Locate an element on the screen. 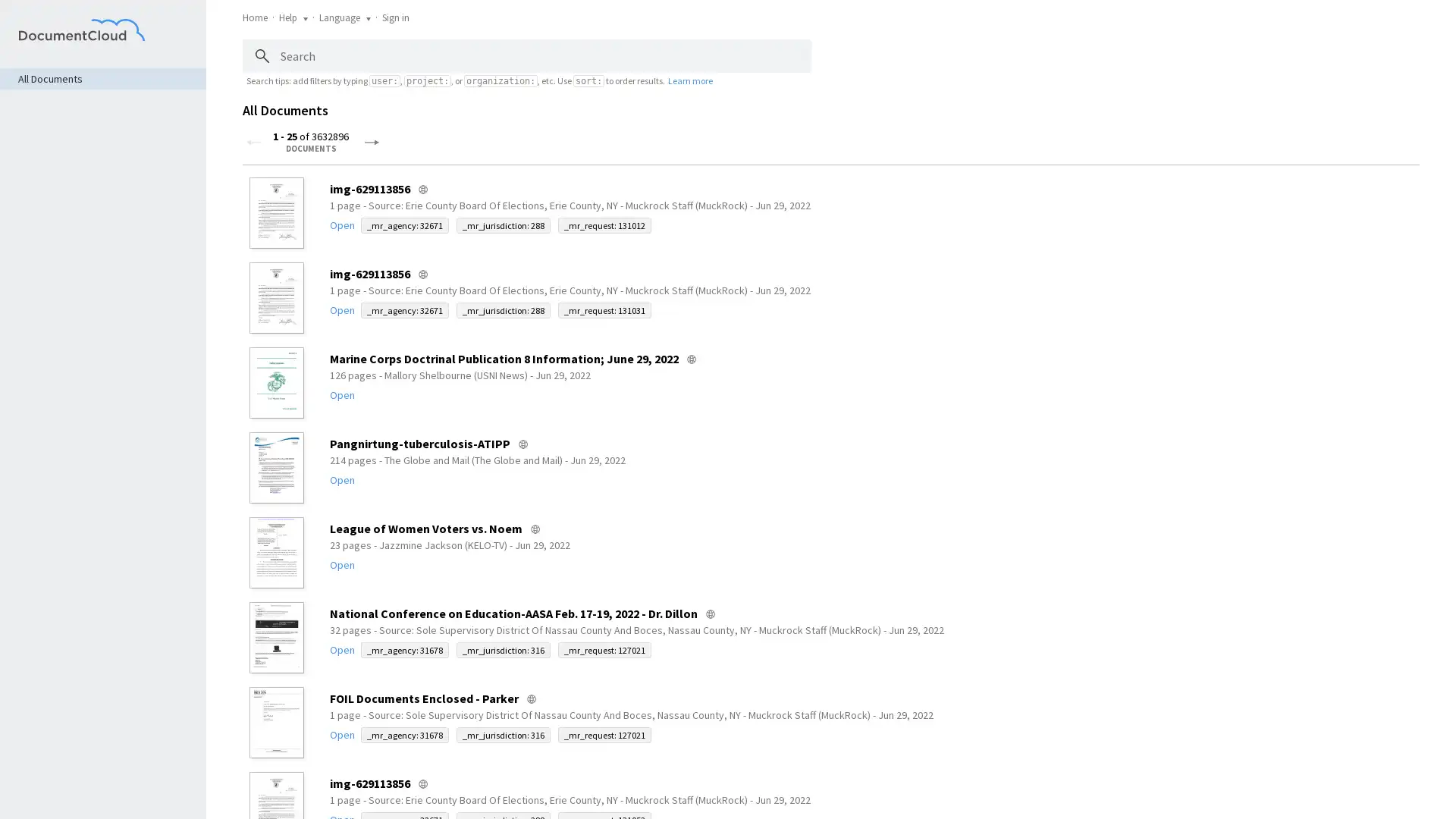  Open is located at coordinates (341, 733).